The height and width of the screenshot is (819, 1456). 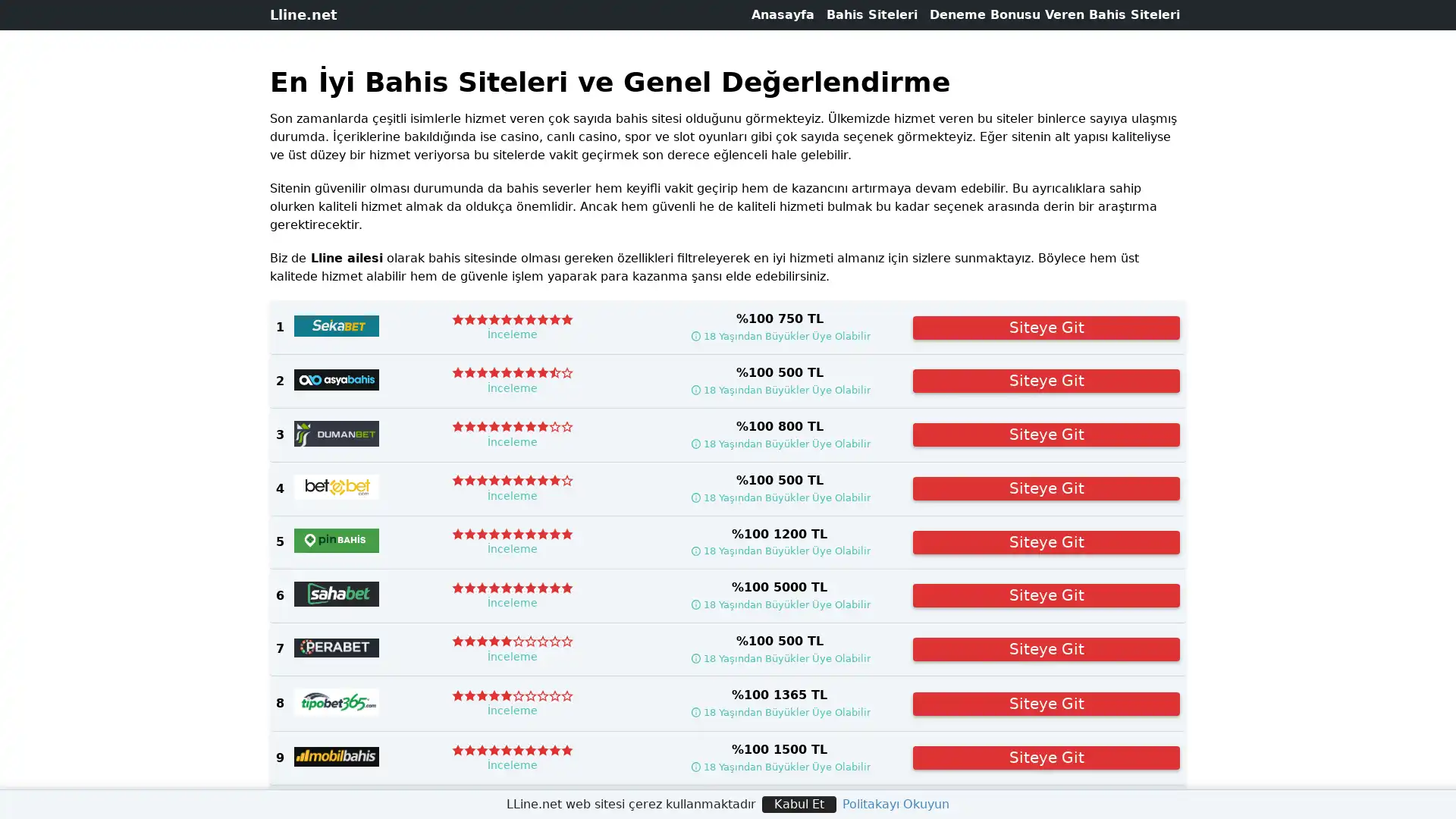 What do you see at coordinates (779, 388) in the screenshot?
I see `Load terms and conditions` at bounding box center [779, 388].